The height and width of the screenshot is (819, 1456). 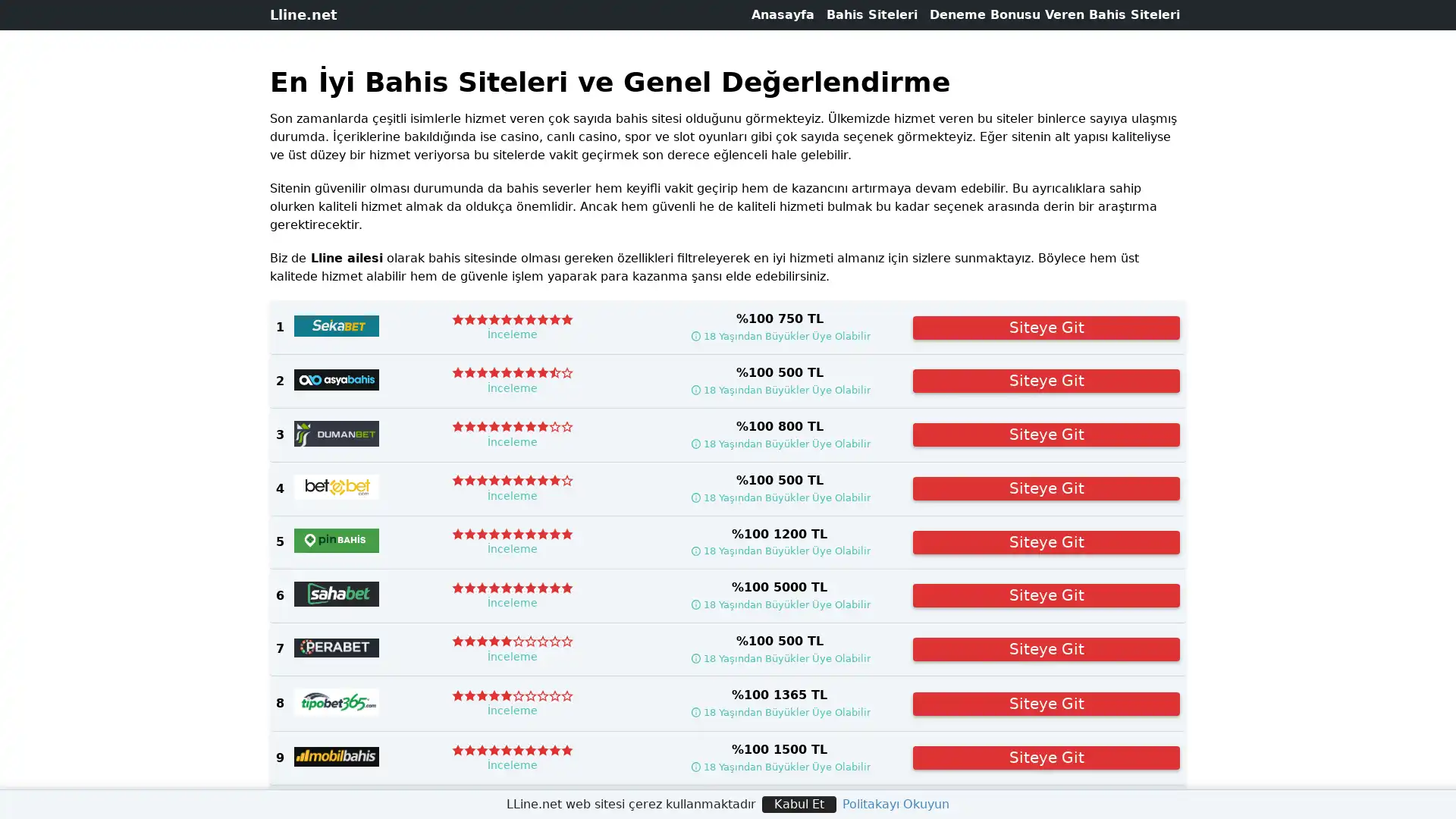 What do you see at coordinates (779, 388) in the screenshot?
I see `Load terms and conditions` at bounding box center [779, 388].